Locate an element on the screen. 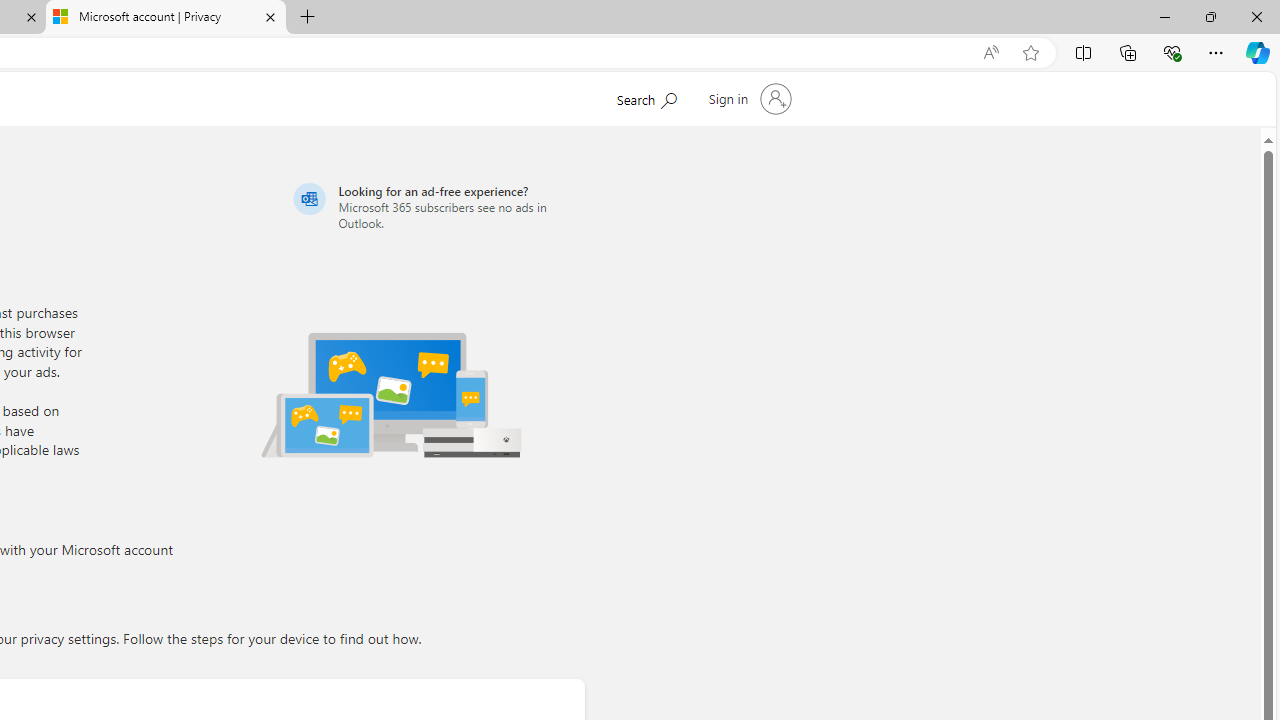  'Looking for an ad-free experience?' is located at coordinates (435, 206).